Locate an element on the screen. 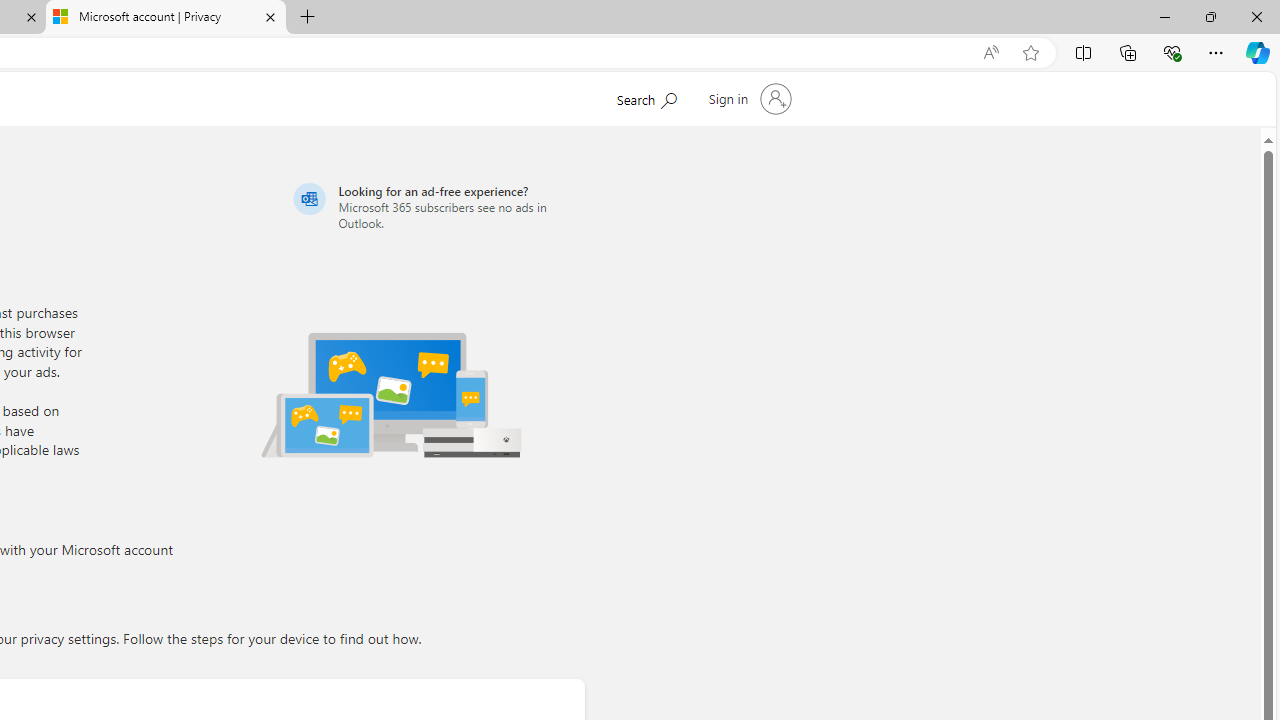  'Looking for an ad-free experience?' is located at coordinates (435, 206).